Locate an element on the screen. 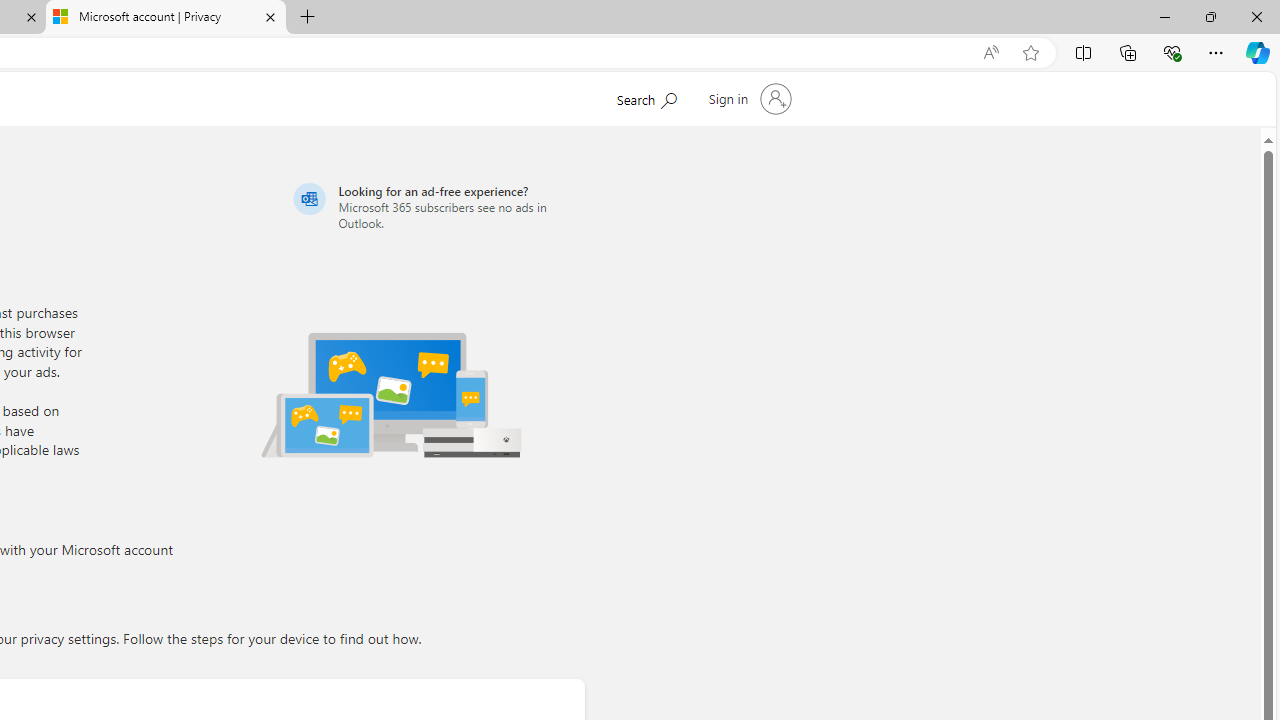  'Looking for an ad-free experience?' is located at coordinates (435, 206).